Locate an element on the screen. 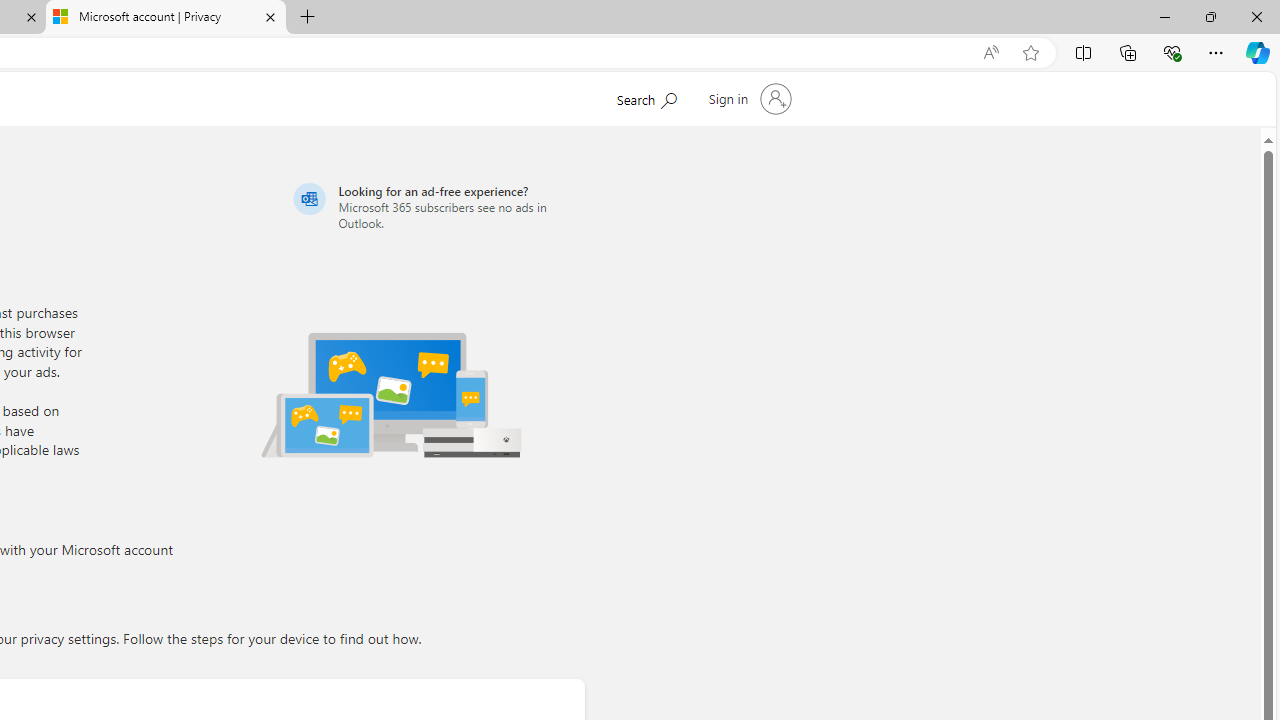  'Looking for an ad-free experience?' is located at coordinates (435, 206).